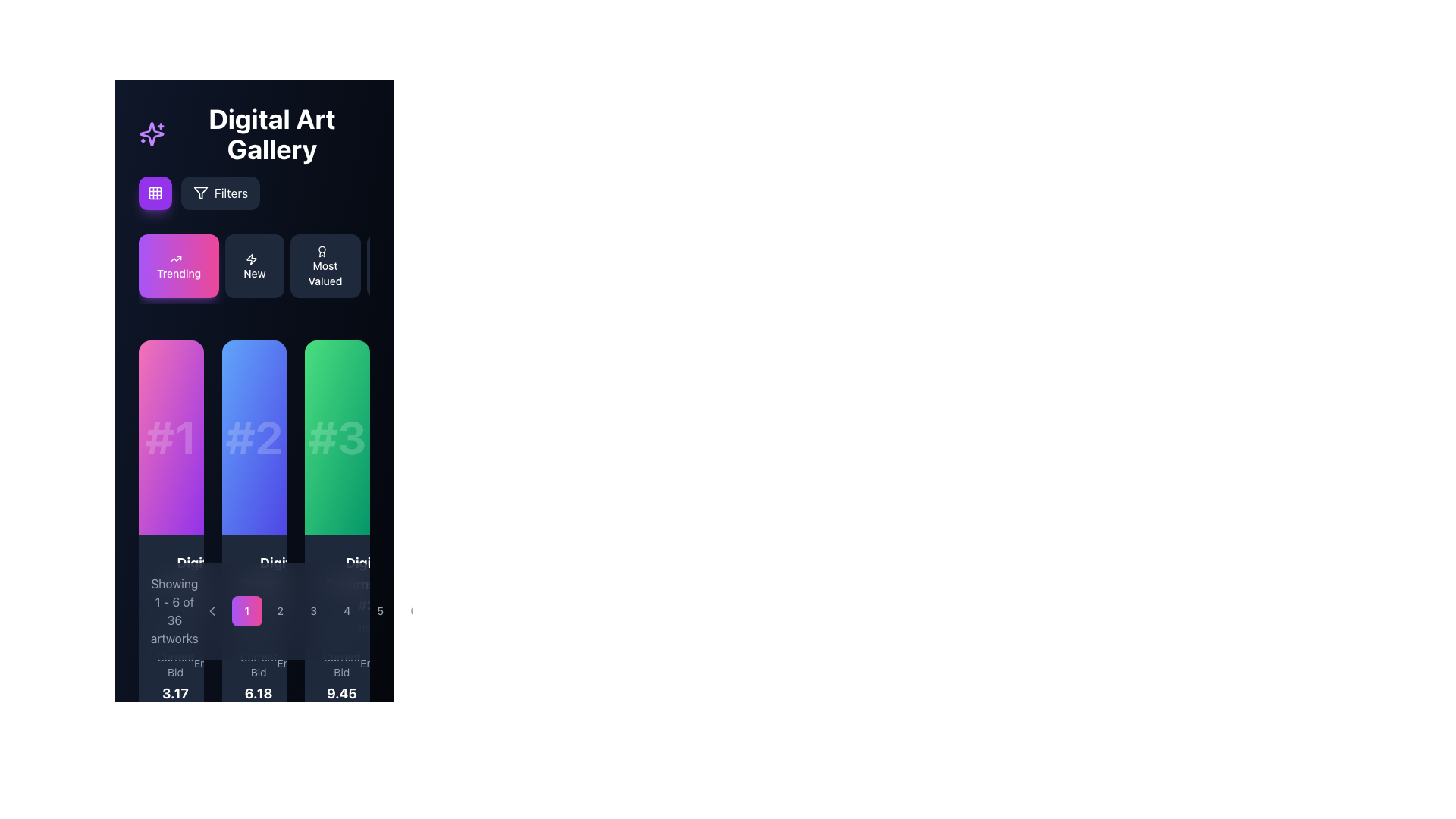  What do you see at coordinates (155, 192) in the screenshot?
I see `the grid-like icon button with a purple background and white grid illustration, located at the upper button group adjacent to the 'Filters' button` at bounding box center [155, 192].